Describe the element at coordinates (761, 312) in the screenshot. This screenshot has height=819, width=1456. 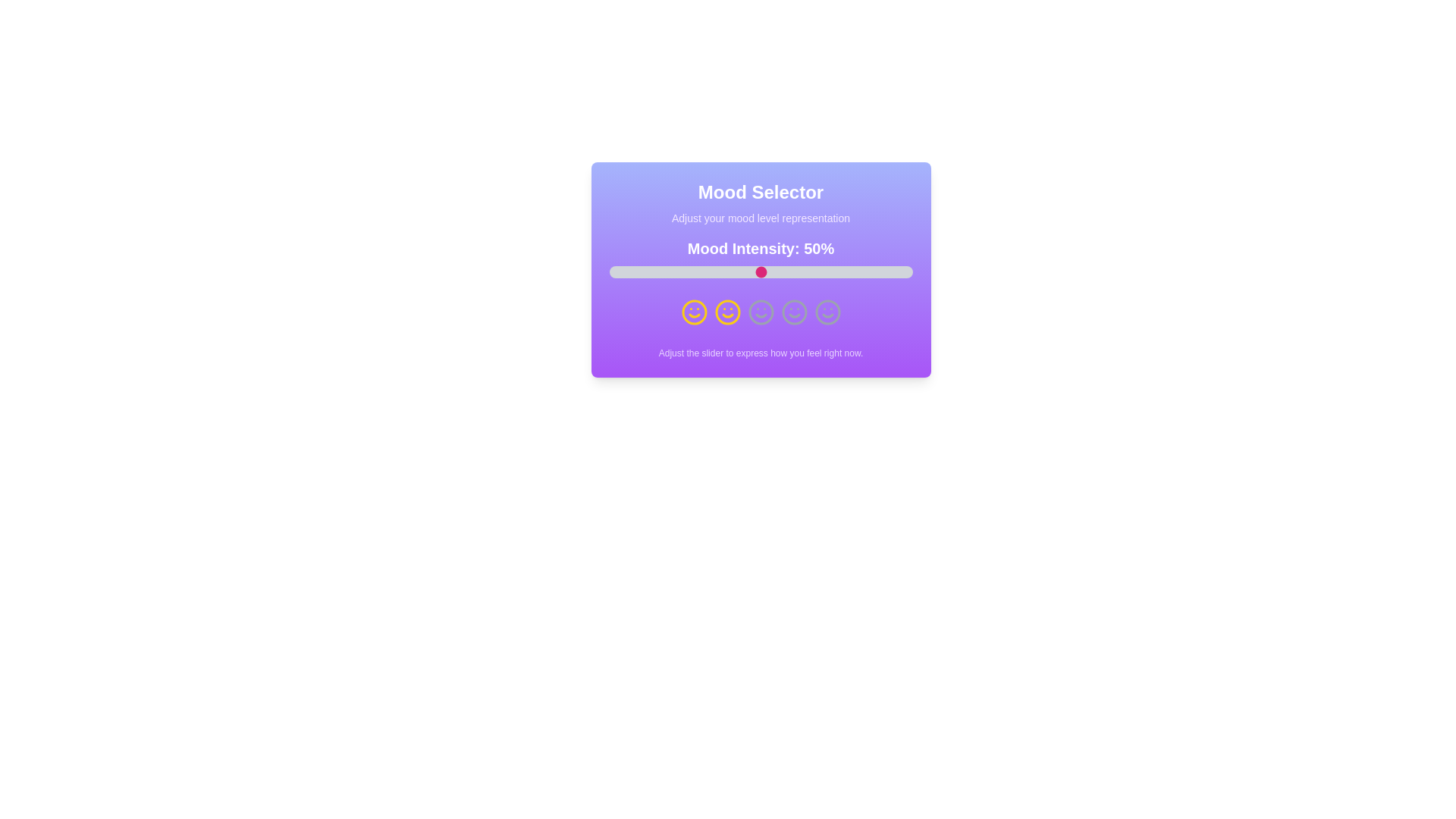
I see `the smiley icon representing neutral mood` at that location.